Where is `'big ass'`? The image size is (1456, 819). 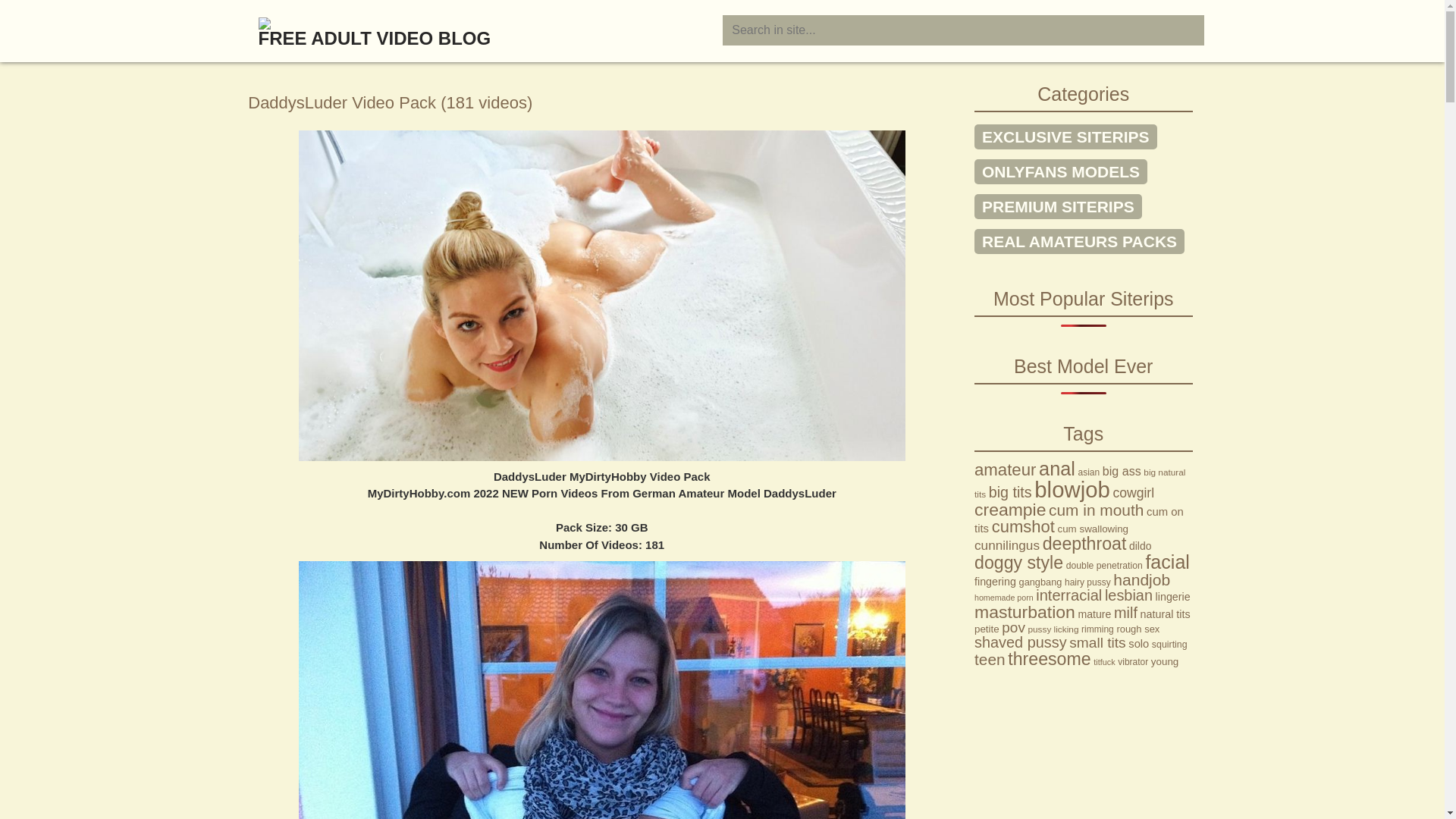
'big ass' is located at coordinates (1103, 470).